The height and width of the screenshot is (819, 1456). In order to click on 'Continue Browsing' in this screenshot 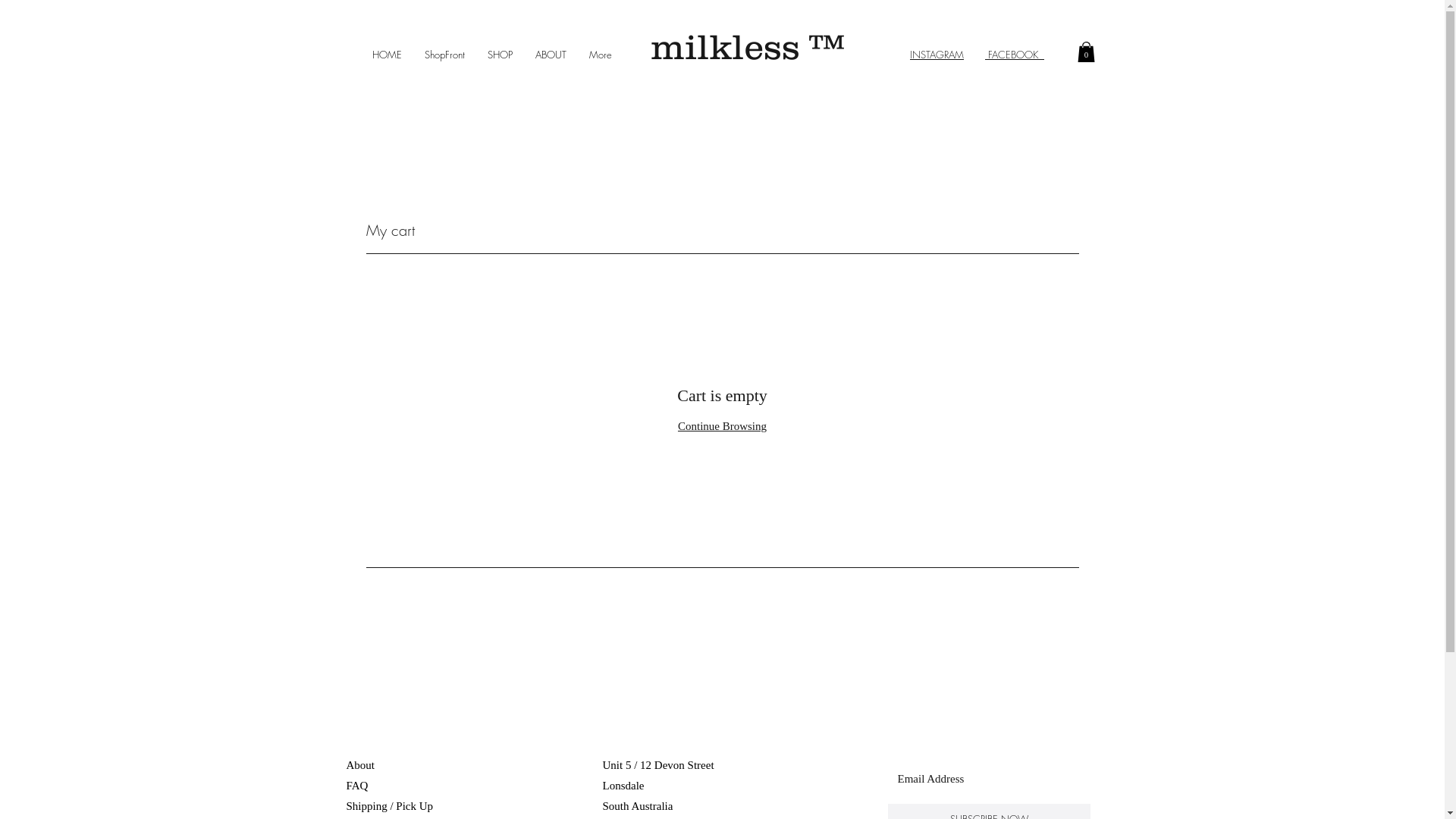, I will do `click(721, 426)`.